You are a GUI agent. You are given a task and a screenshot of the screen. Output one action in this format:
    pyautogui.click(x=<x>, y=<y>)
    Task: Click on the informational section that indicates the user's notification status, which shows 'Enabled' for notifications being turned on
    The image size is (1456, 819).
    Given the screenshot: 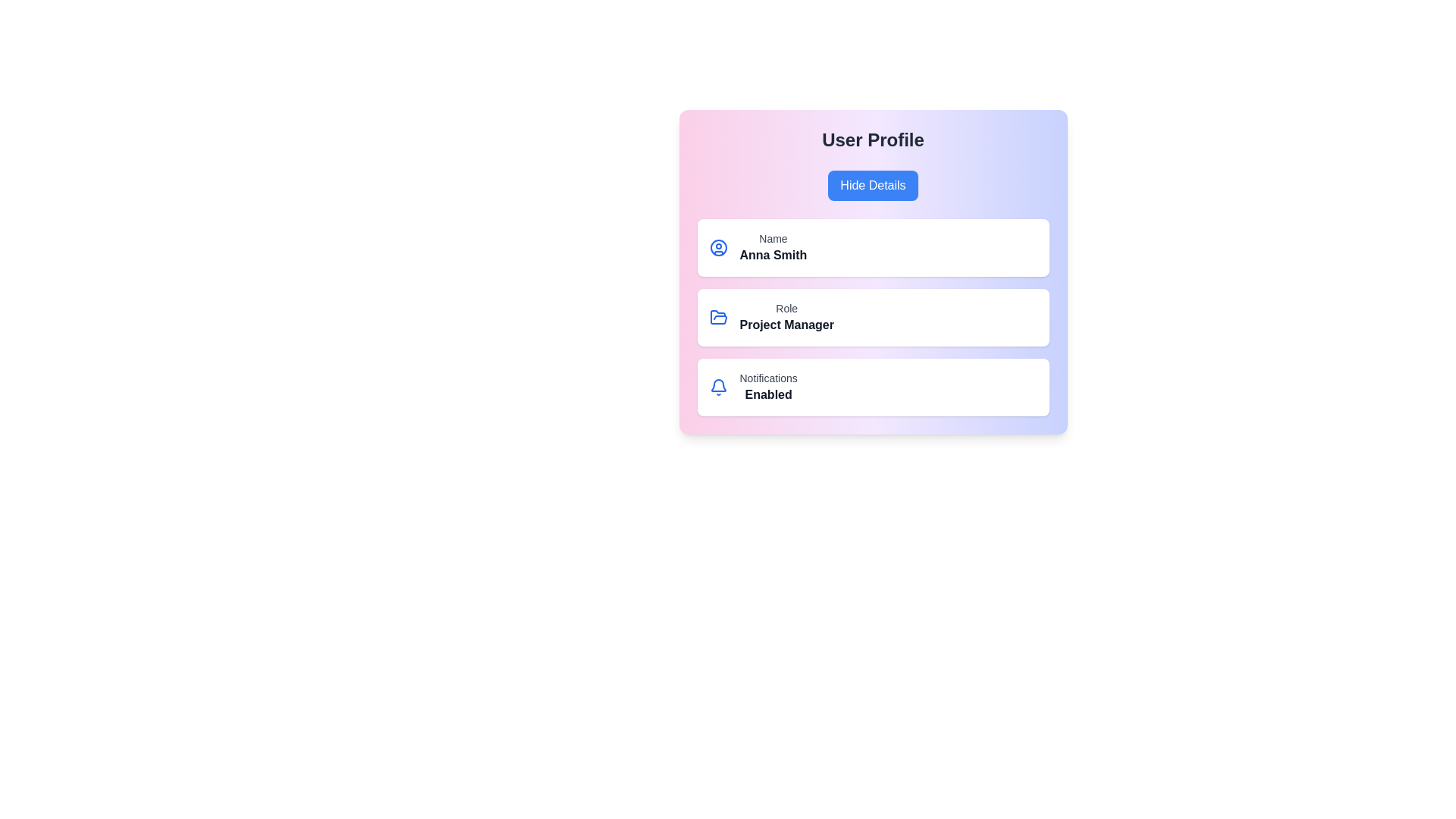 What is the action you would take?
    pyautogui.click(x=873, y=386)
    